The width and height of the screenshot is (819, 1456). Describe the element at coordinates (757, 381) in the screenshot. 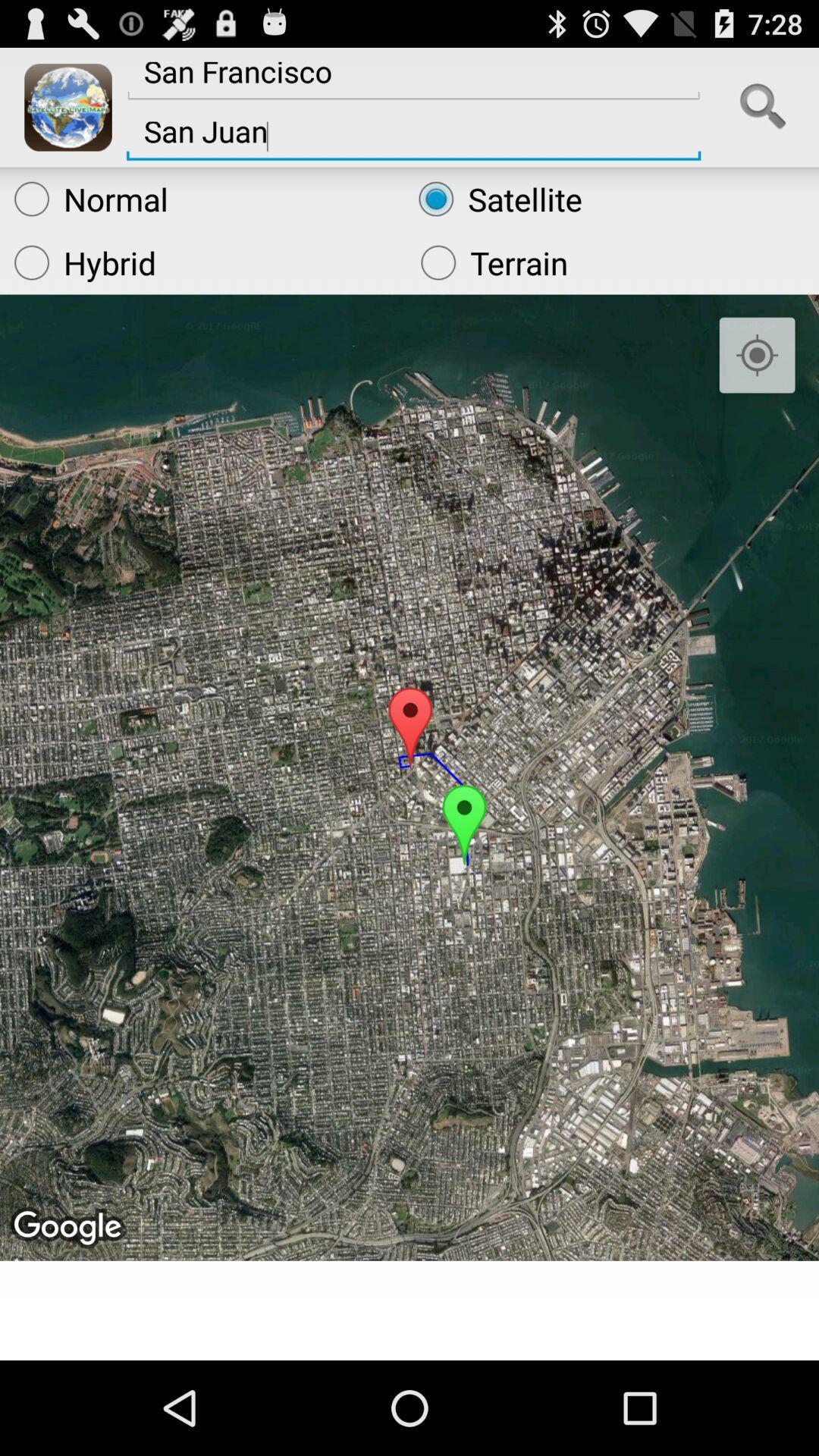

I see `the location_crosshair icon` at that location.